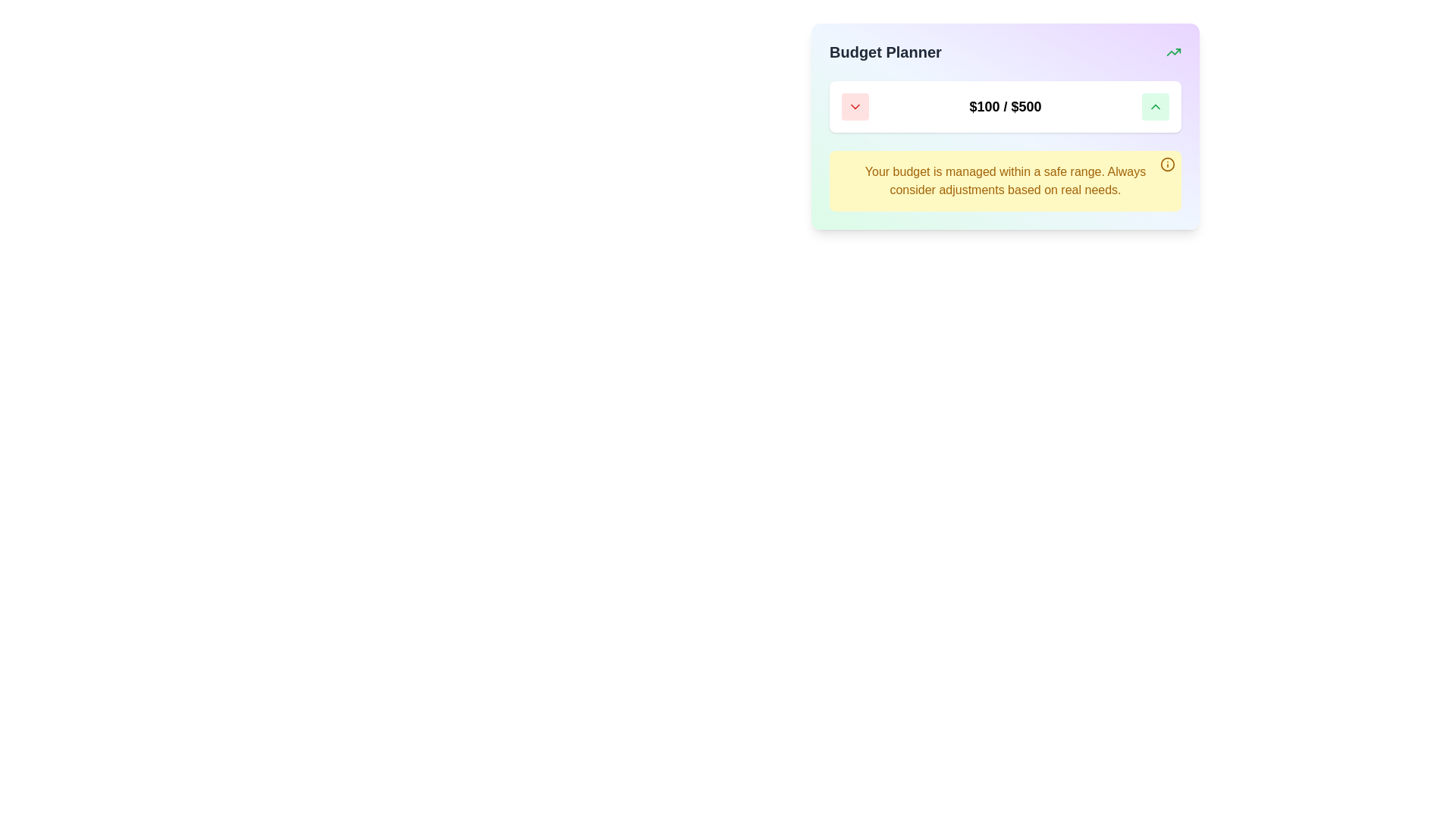 This screenshot has width=1456, height=819. I want to click on the interactive button located to the far left of the text '$100 / $500' within the budget planner component to change its color, so click(855, 106).